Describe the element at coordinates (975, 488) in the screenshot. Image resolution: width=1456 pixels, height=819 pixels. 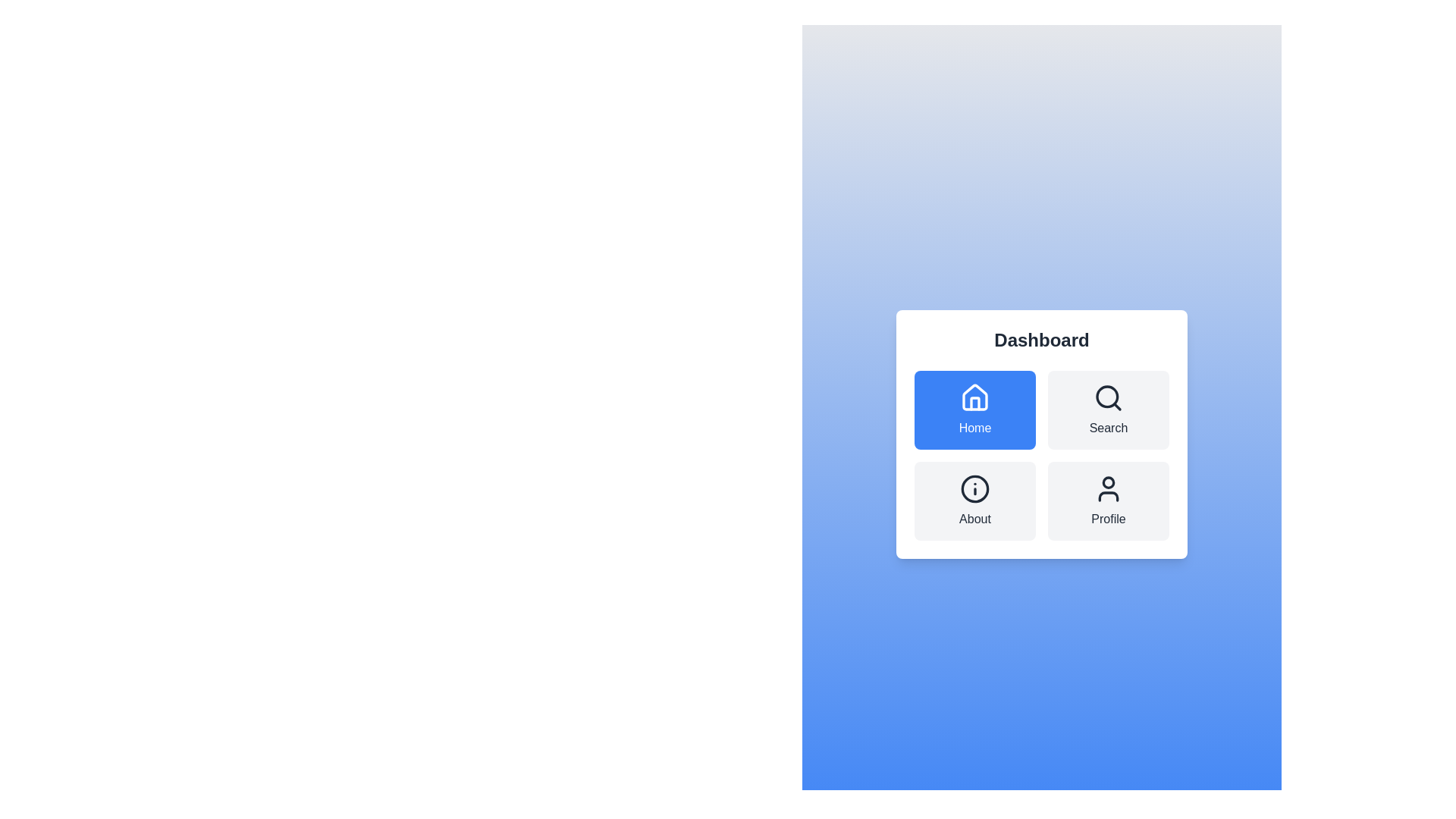
I see `the 'About' icon, which serves as an indicator for the information section of the application, located in the bottom-left quadrant of the 2x2 grid layout` at that location.